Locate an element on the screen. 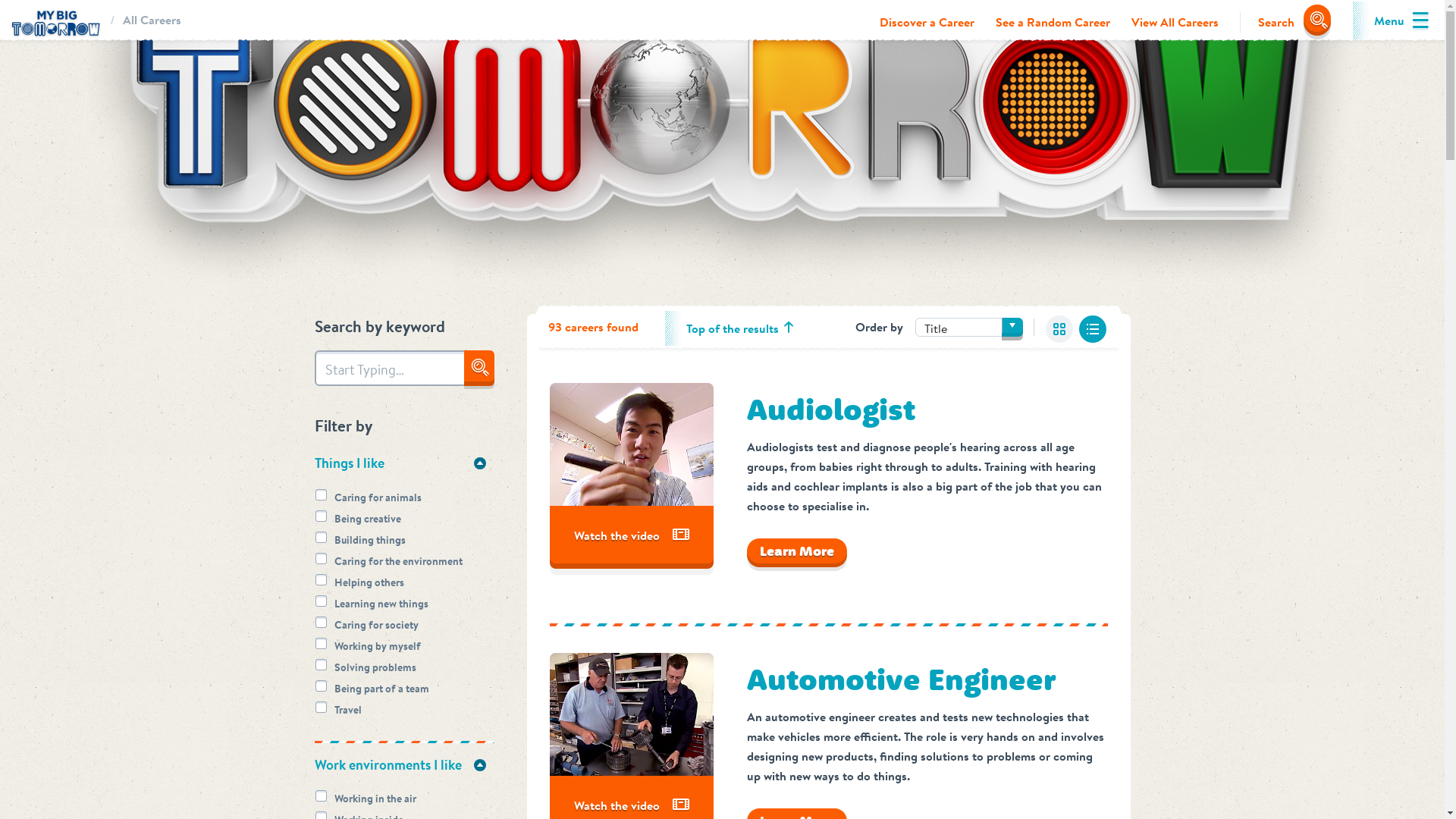  'Open / close - Work environments I like' is located at coordinates (479, 765).